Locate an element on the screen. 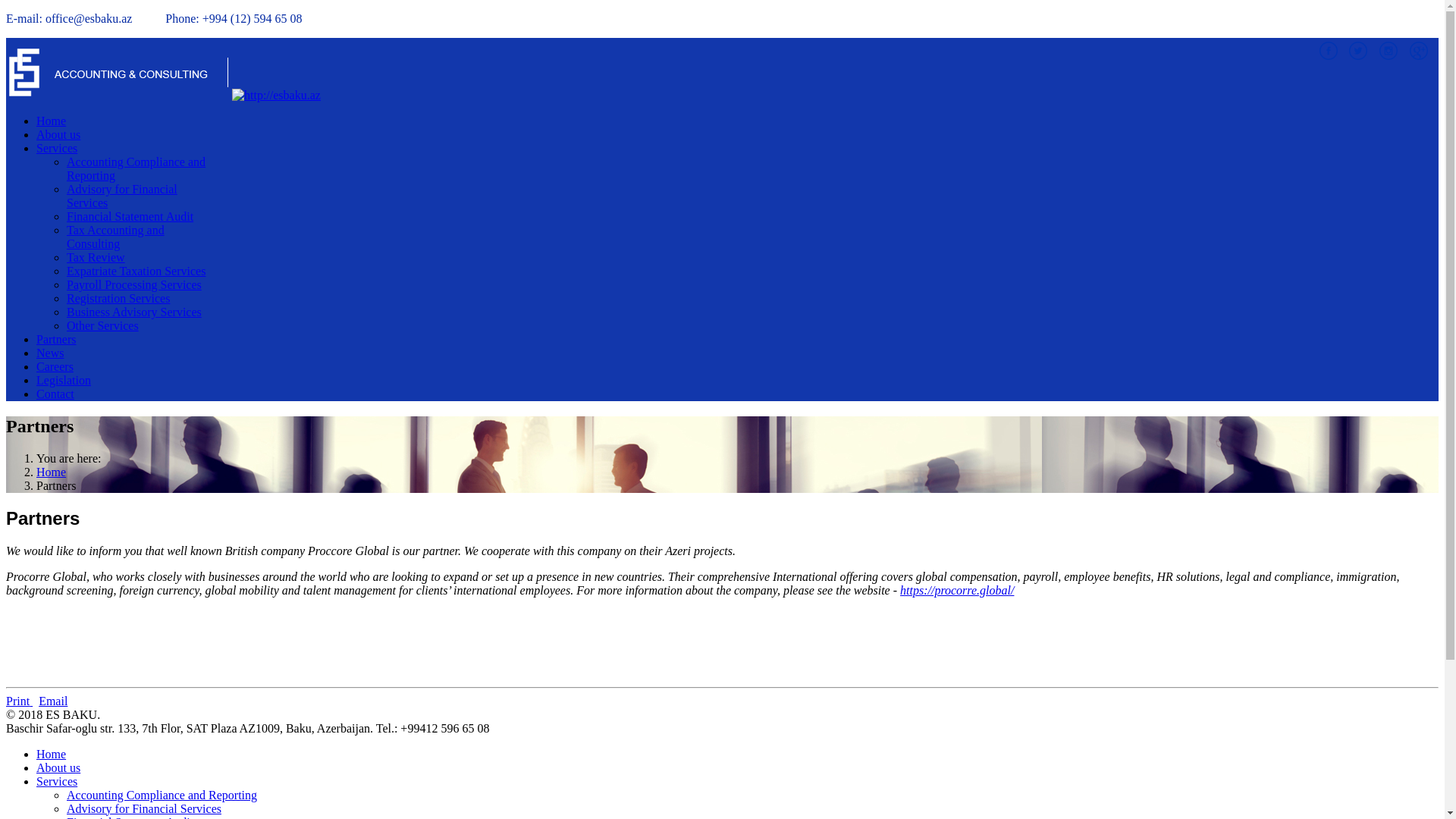 The image size is (1456, 819). 'Contact' is located at coordinates (55, 393).